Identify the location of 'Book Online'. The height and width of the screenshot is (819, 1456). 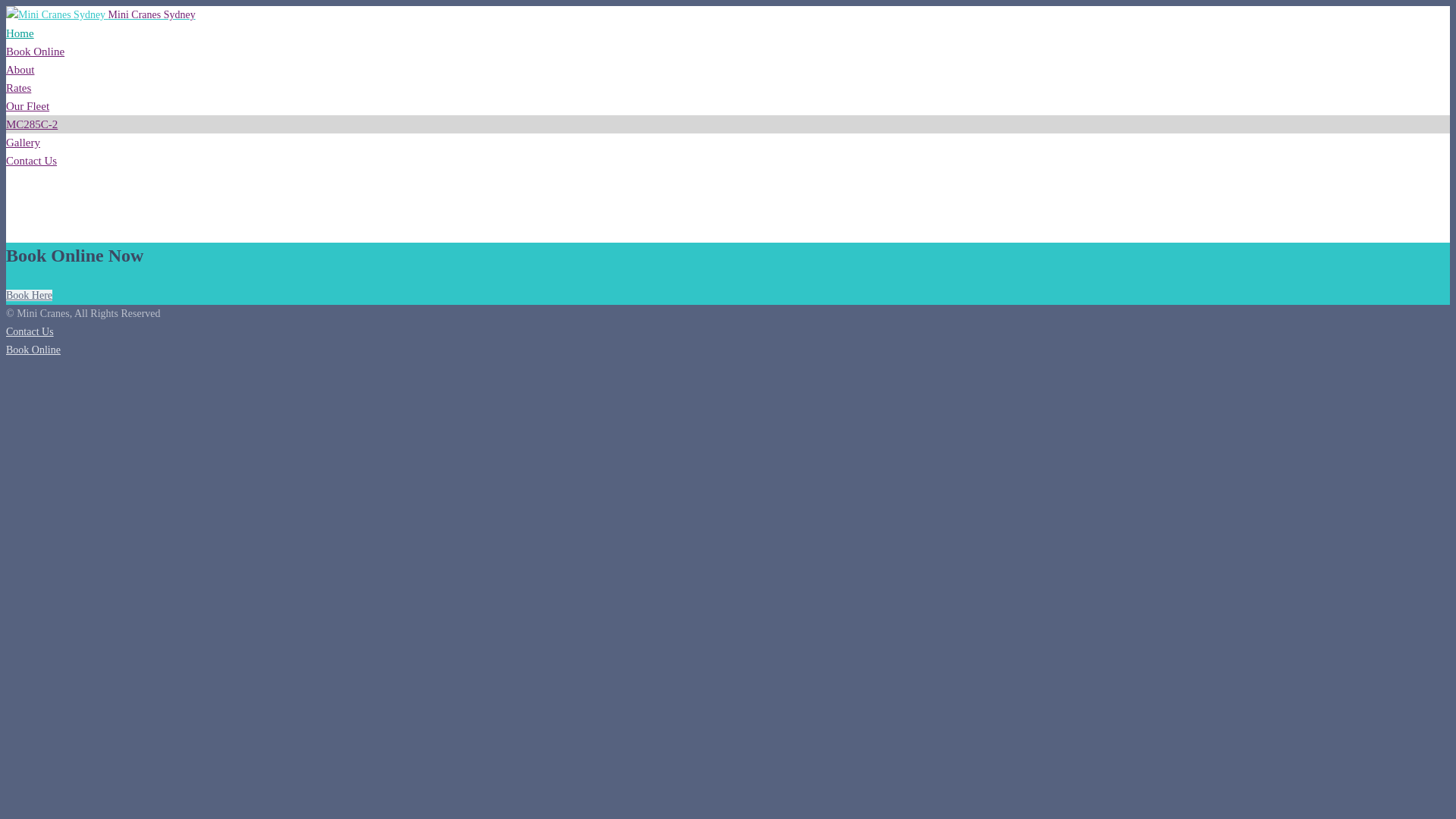
(33, 350).